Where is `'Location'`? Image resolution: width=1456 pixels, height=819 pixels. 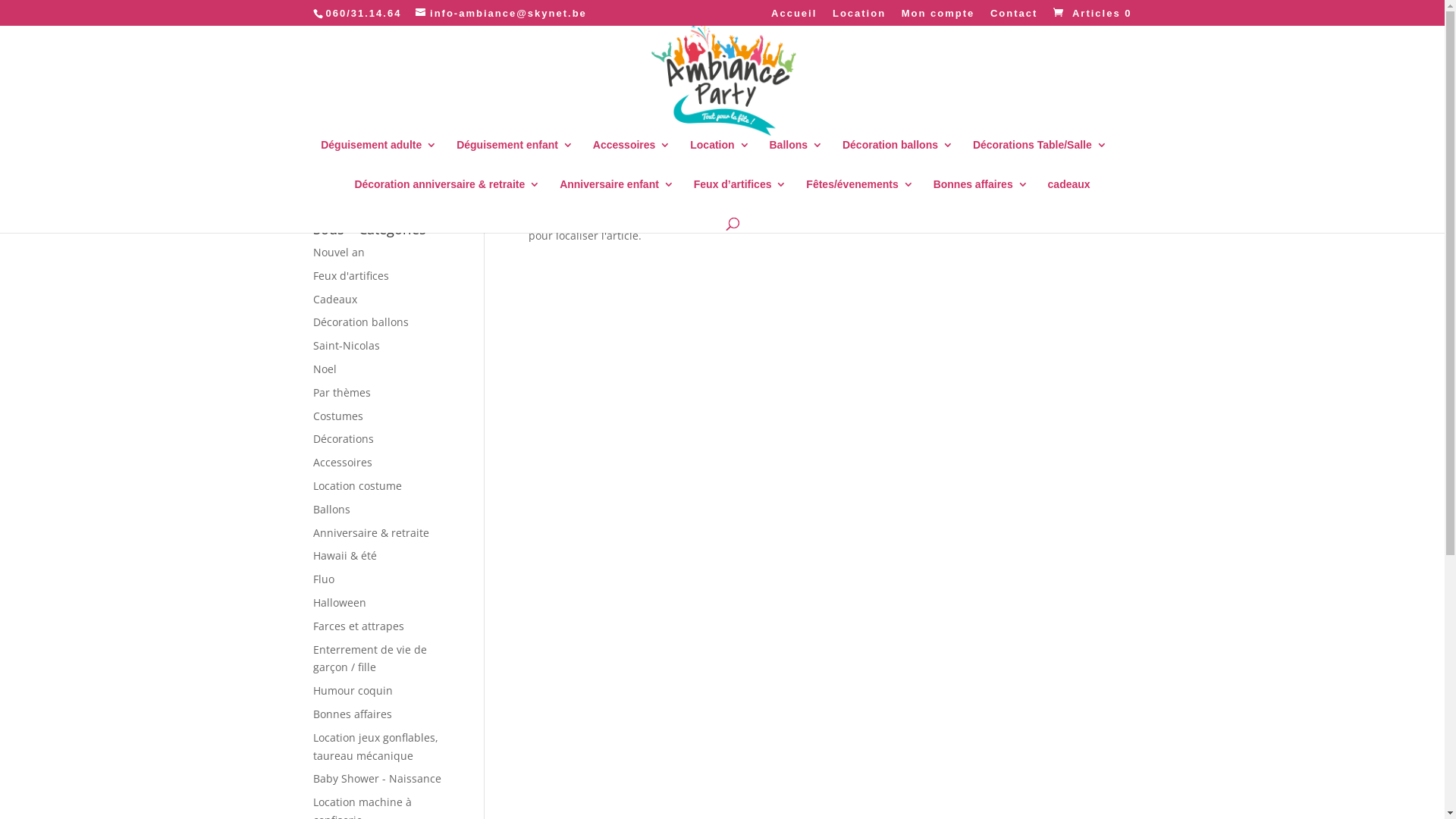 'Location' is located at coordinates (719, 155).